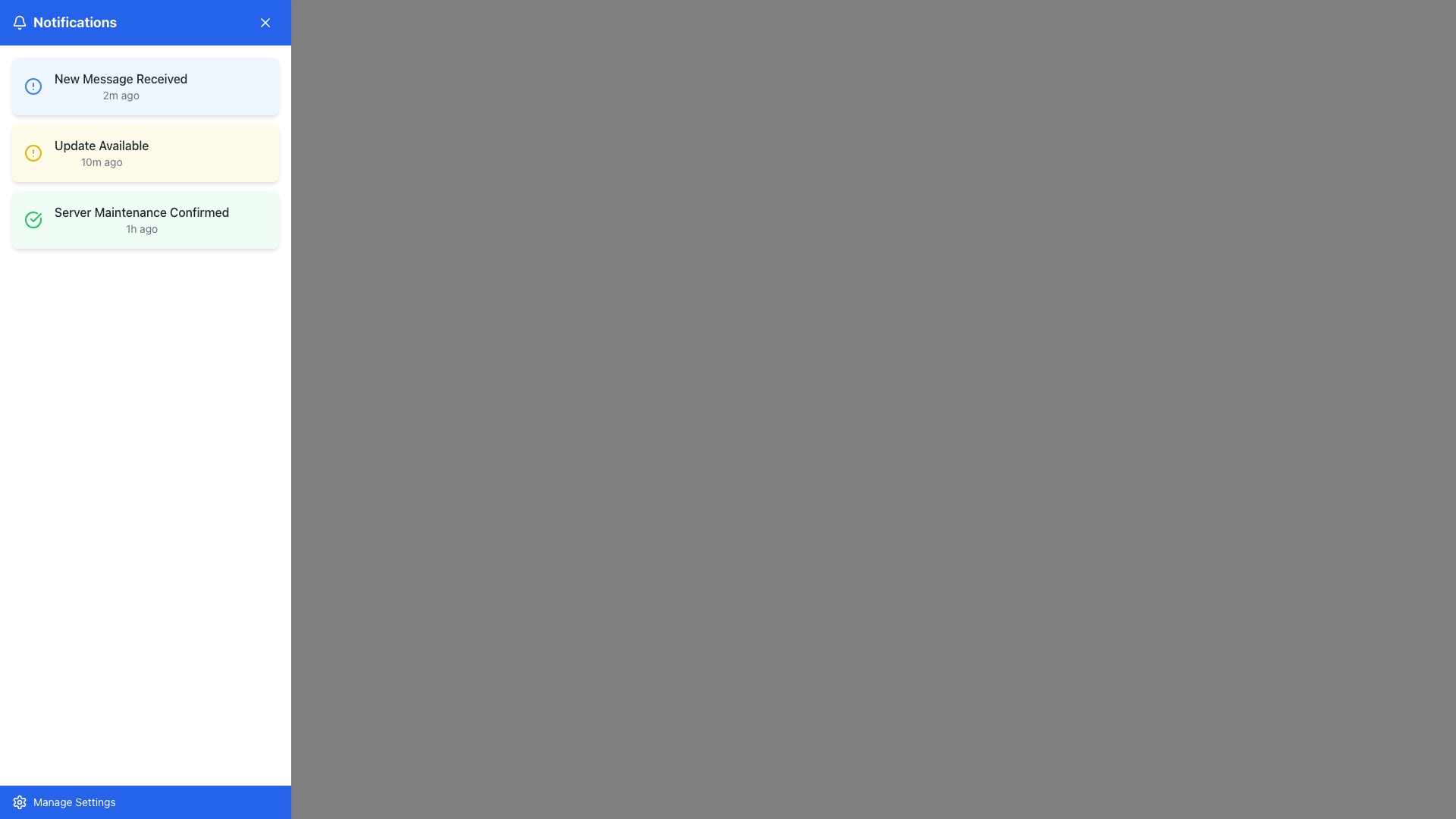 The width and height of the screenshot is (1456, 819). I want to click on the label displaying '10m ago' which is located under the 'Update Available' title in the notification entry on the notification panel, so click(101, 162).